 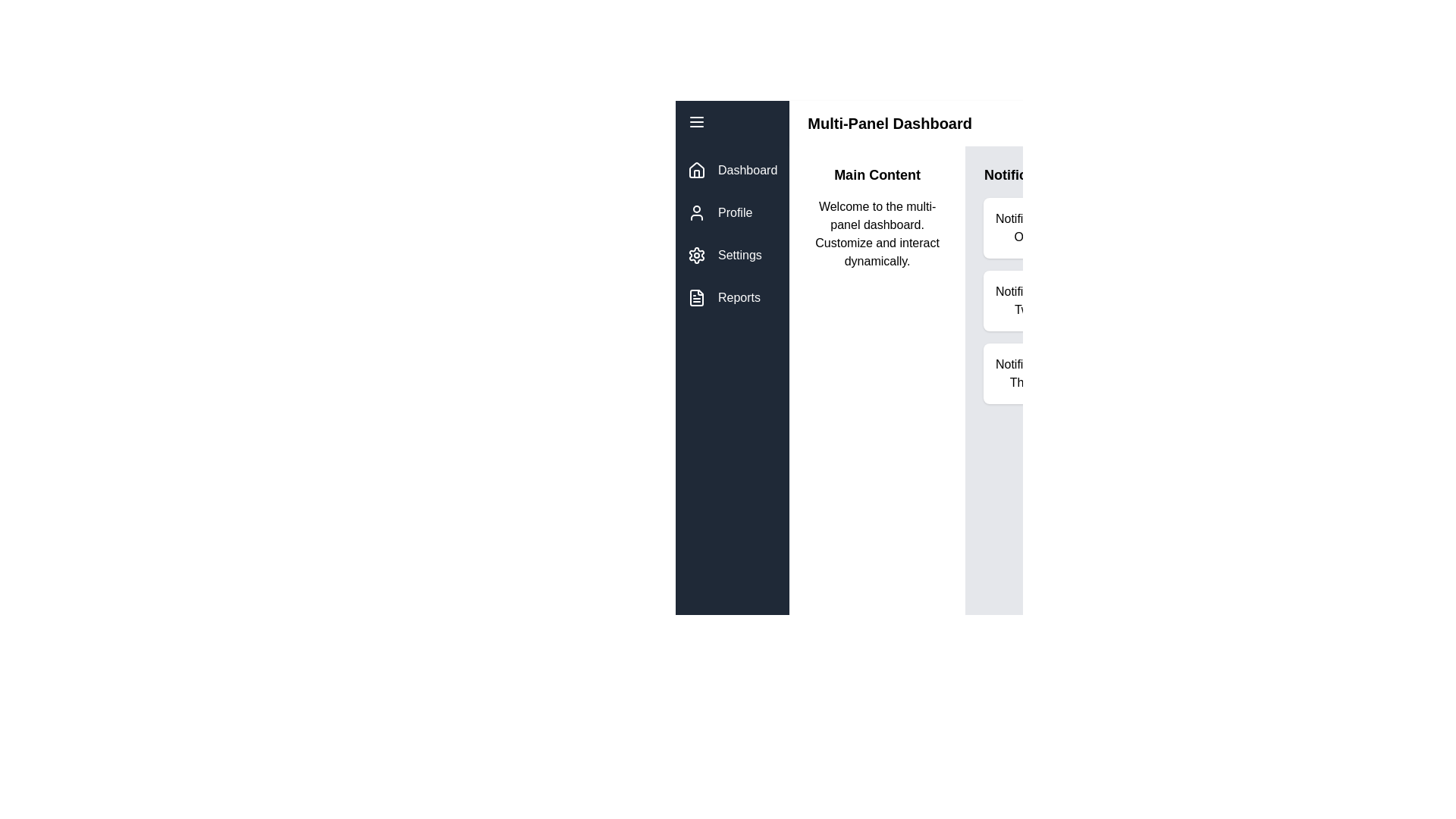 What do you see at coordinates (695, 121) in the screenshot?
I see `the hamburger menu icon located at the top-left corner of the dark sidebar` at bounding box center [695, 121].